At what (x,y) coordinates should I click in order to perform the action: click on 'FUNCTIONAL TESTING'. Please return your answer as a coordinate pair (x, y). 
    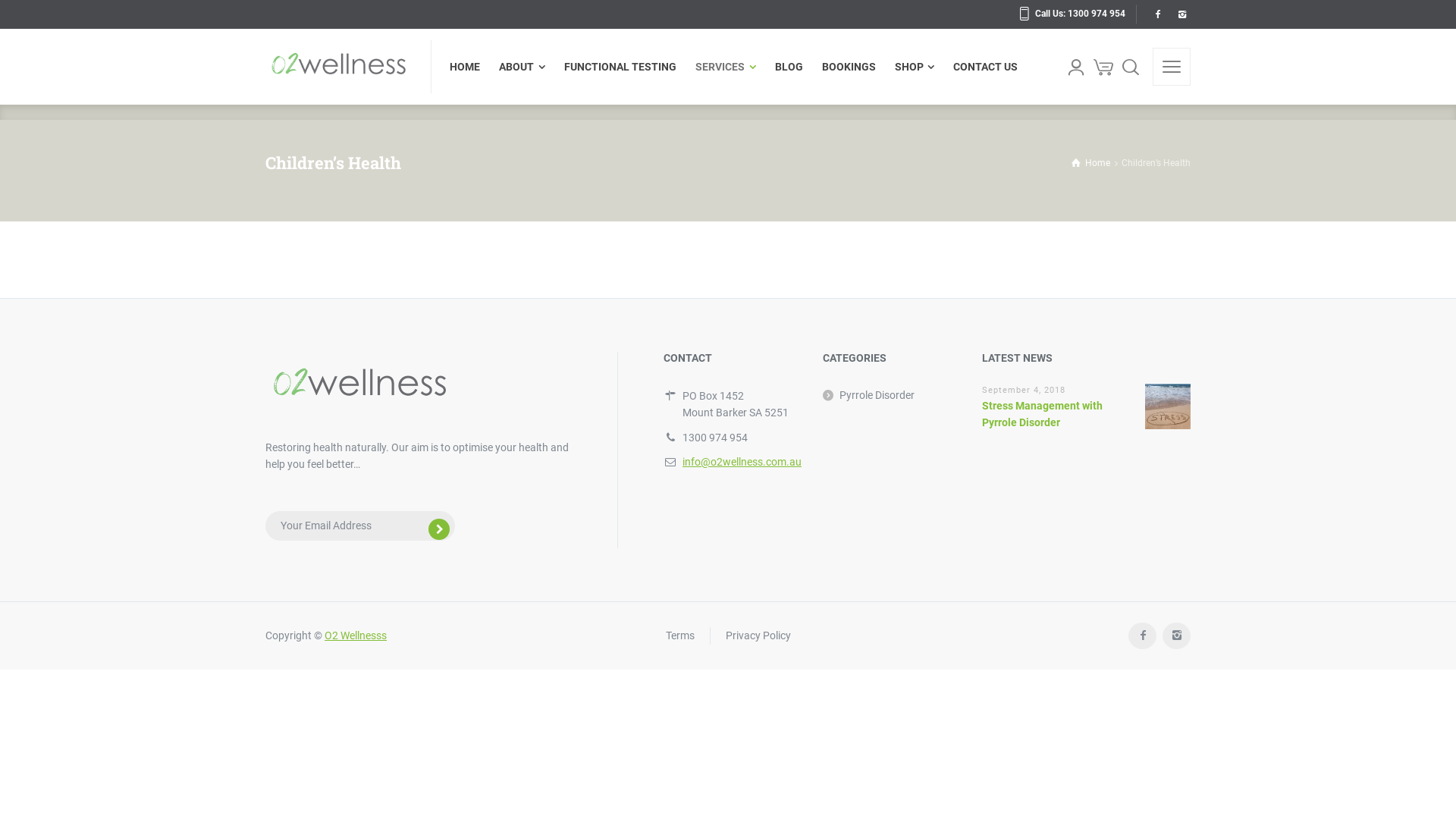
    Looking at the image, I should click on (554, 66).